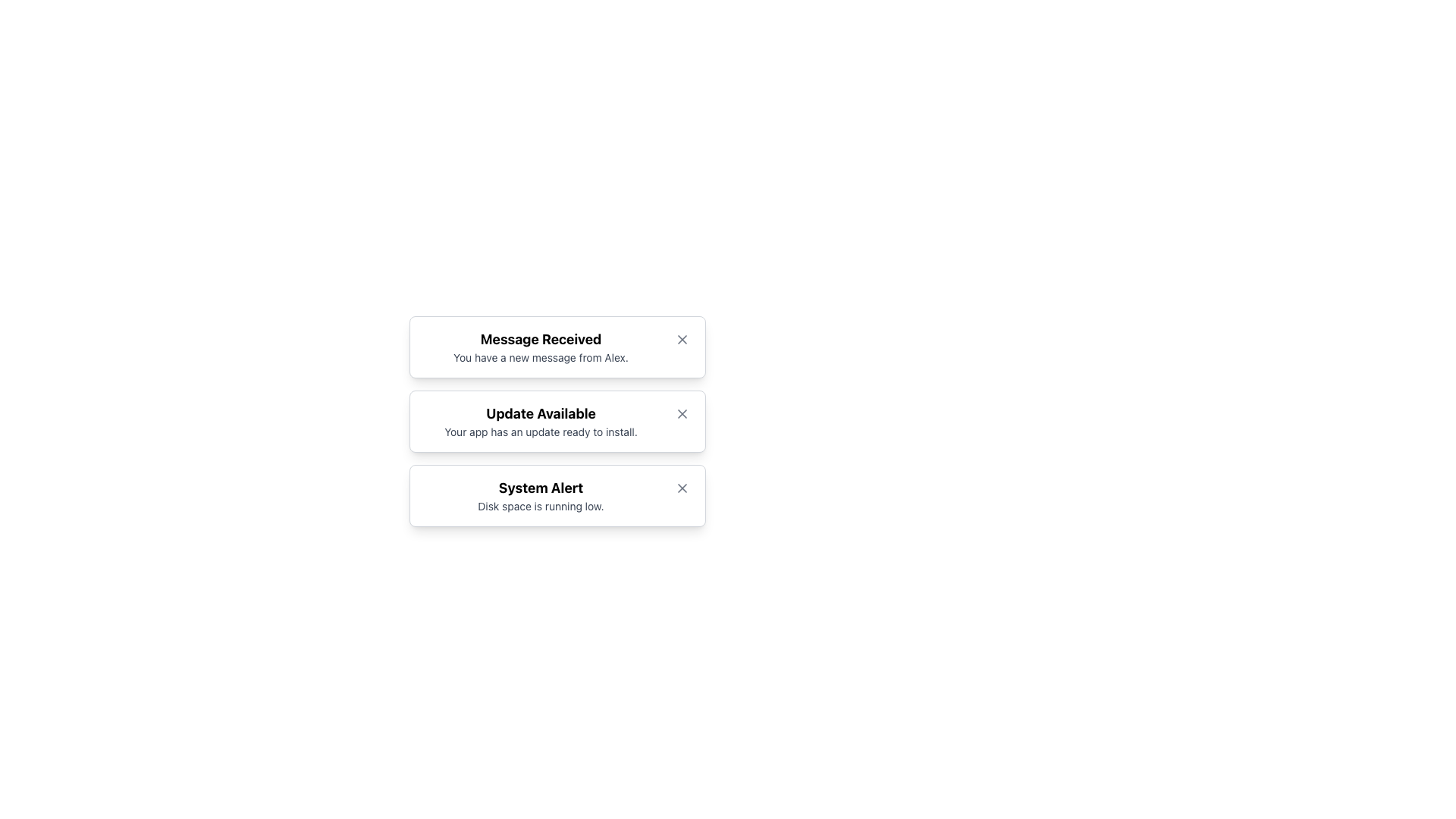 The image size is (1456, 819). What do you see at coordinates (541, 338) in the screenshot?
I see `text of the 'Message Received' label, which is prominently displayed in bold and large font at the top of the first notification card` at bounding box center [541, 338].